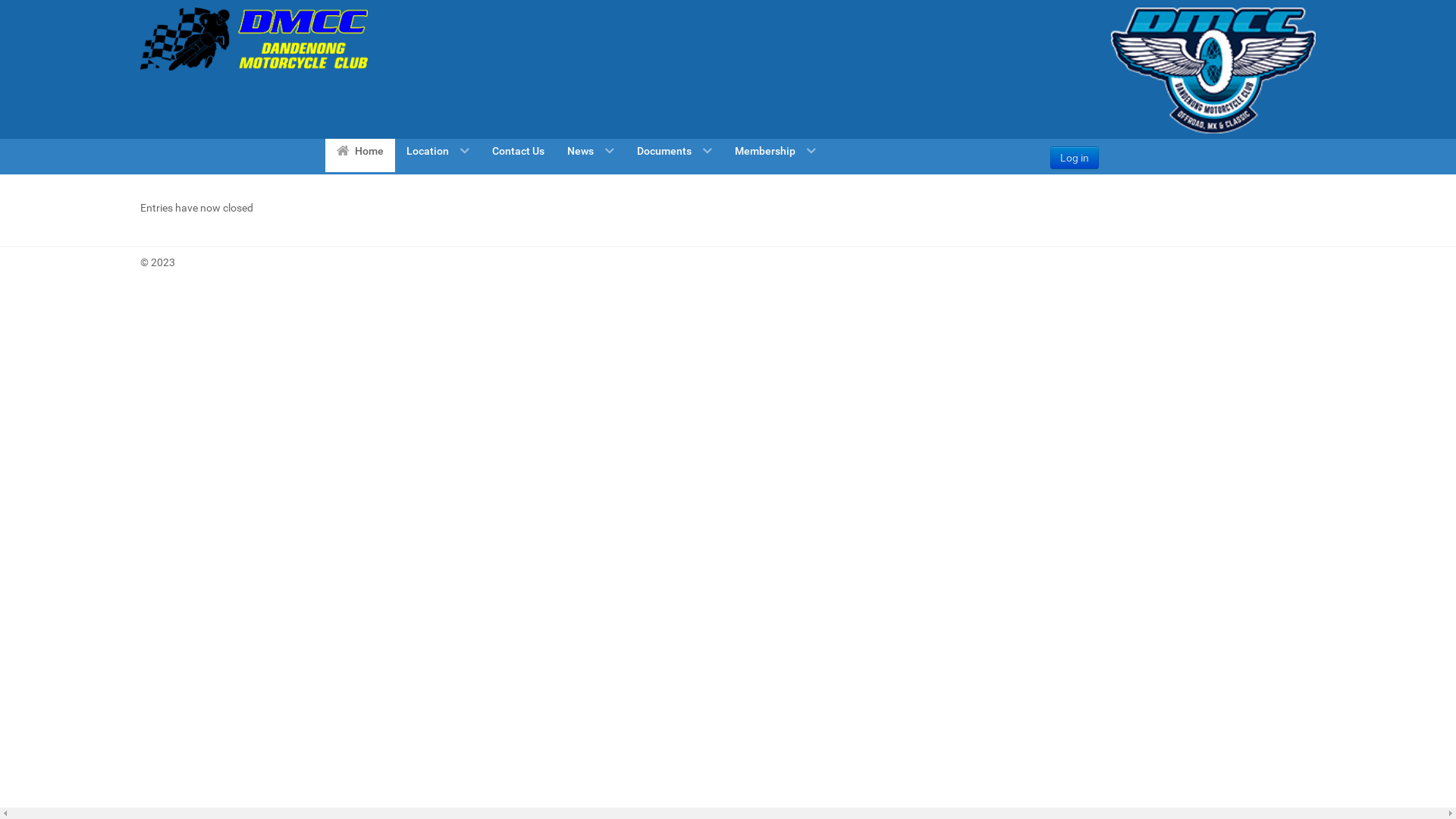 The image size is (1456, 819). Describe the element at coordinates (437, 149) in the screenshot. I see `'Location'` at that location.